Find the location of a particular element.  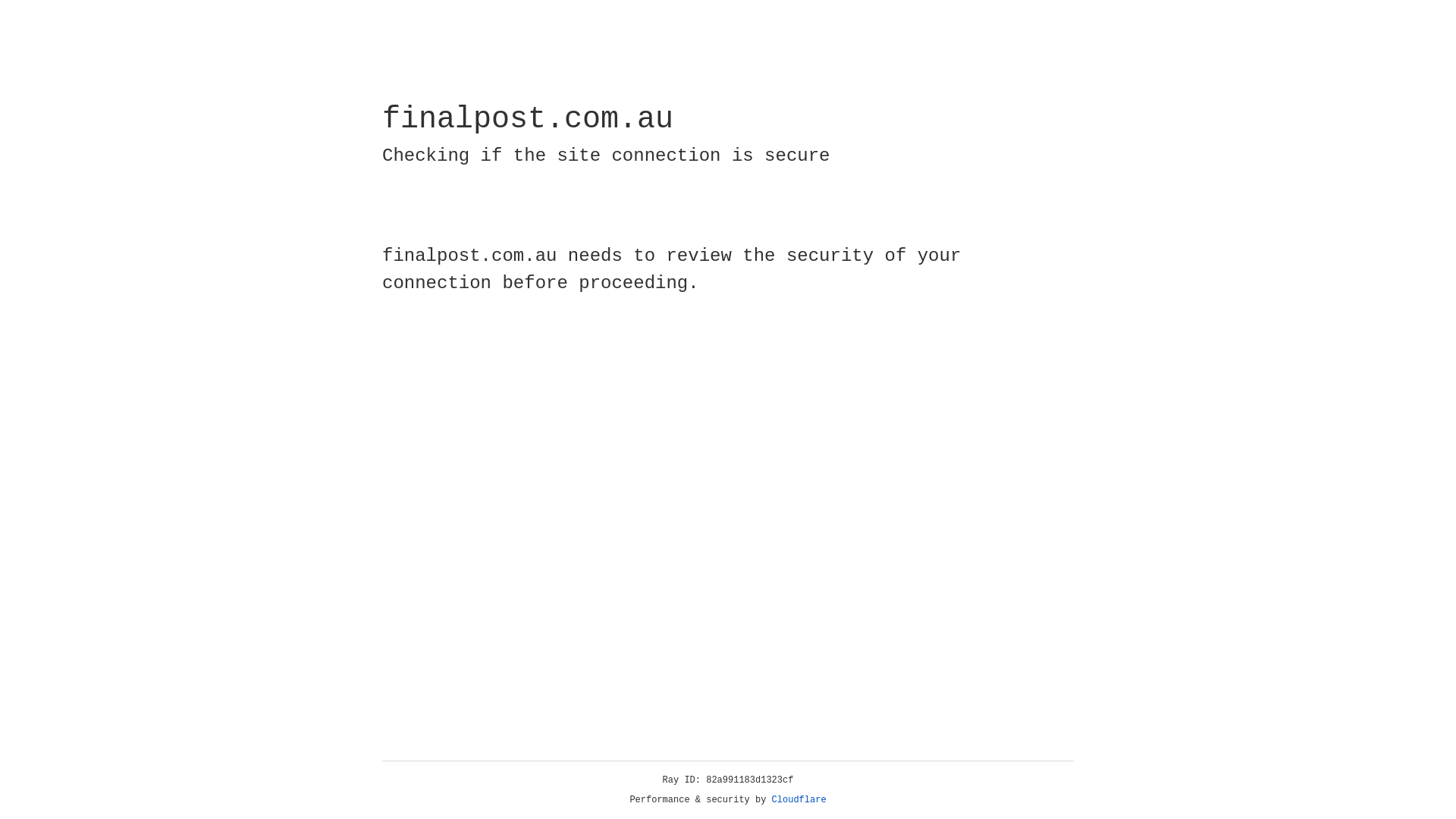

'Cloudflare' is located at coordinates (799, 799).